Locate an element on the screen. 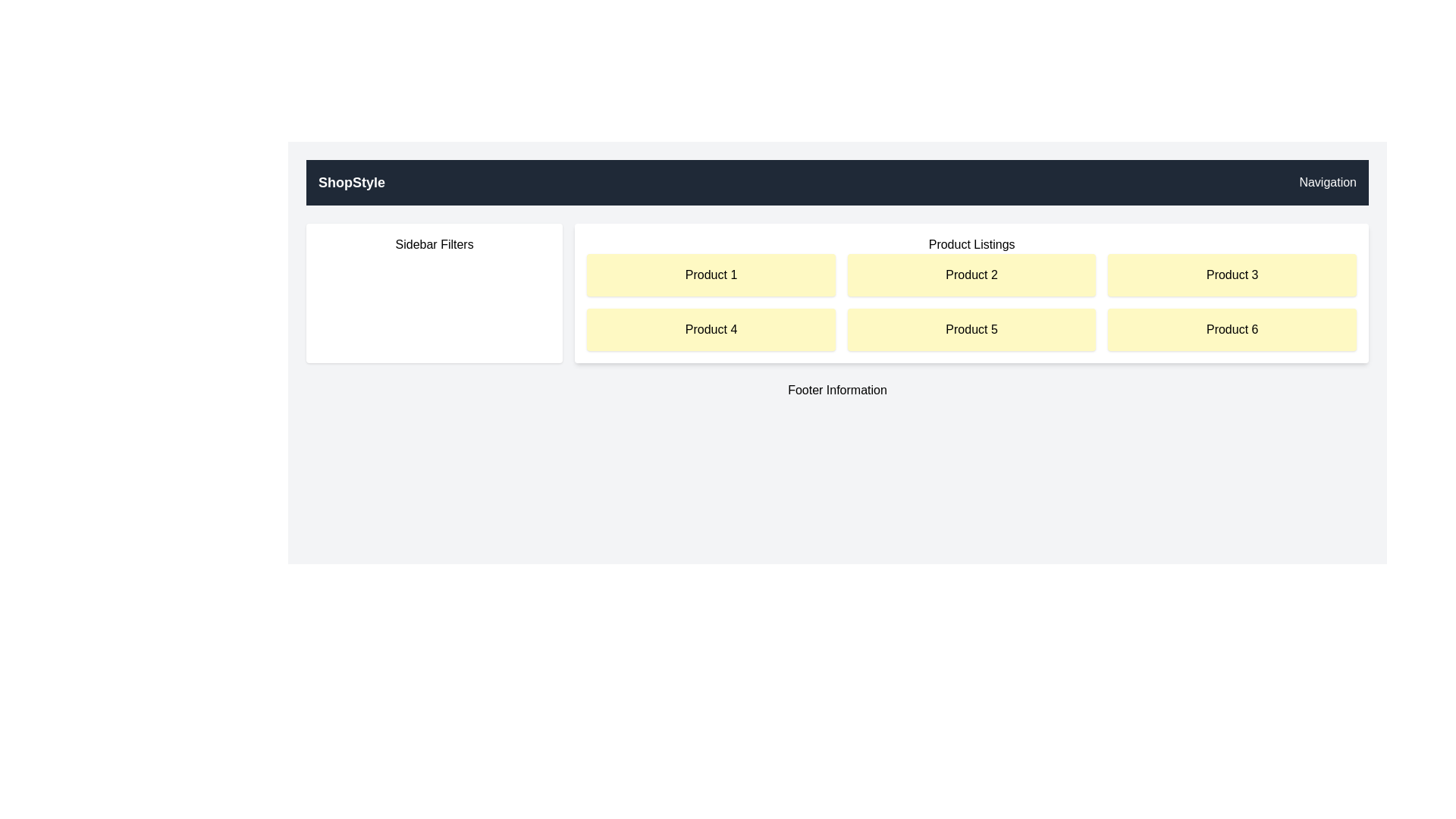 This screenshot has height=819, width=1456. the product listing card displaying 'Product 1', which is the top-left item in the grid layout is located at coordinates (711, 275).